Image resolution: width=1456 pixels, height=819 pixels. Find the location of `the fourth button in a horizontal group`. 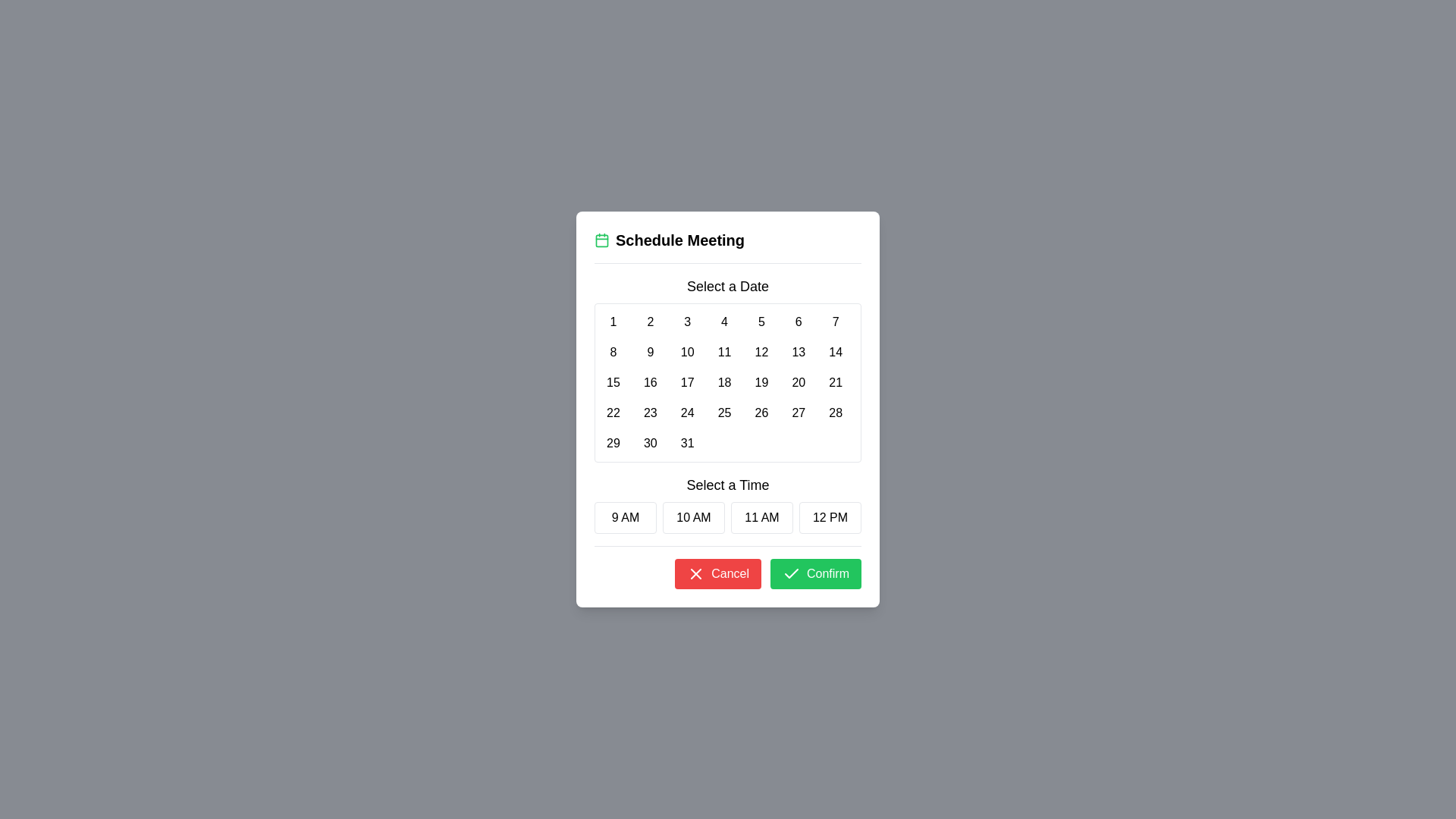

the fourth button in a horizontal group is located at coordinates (829, 516).